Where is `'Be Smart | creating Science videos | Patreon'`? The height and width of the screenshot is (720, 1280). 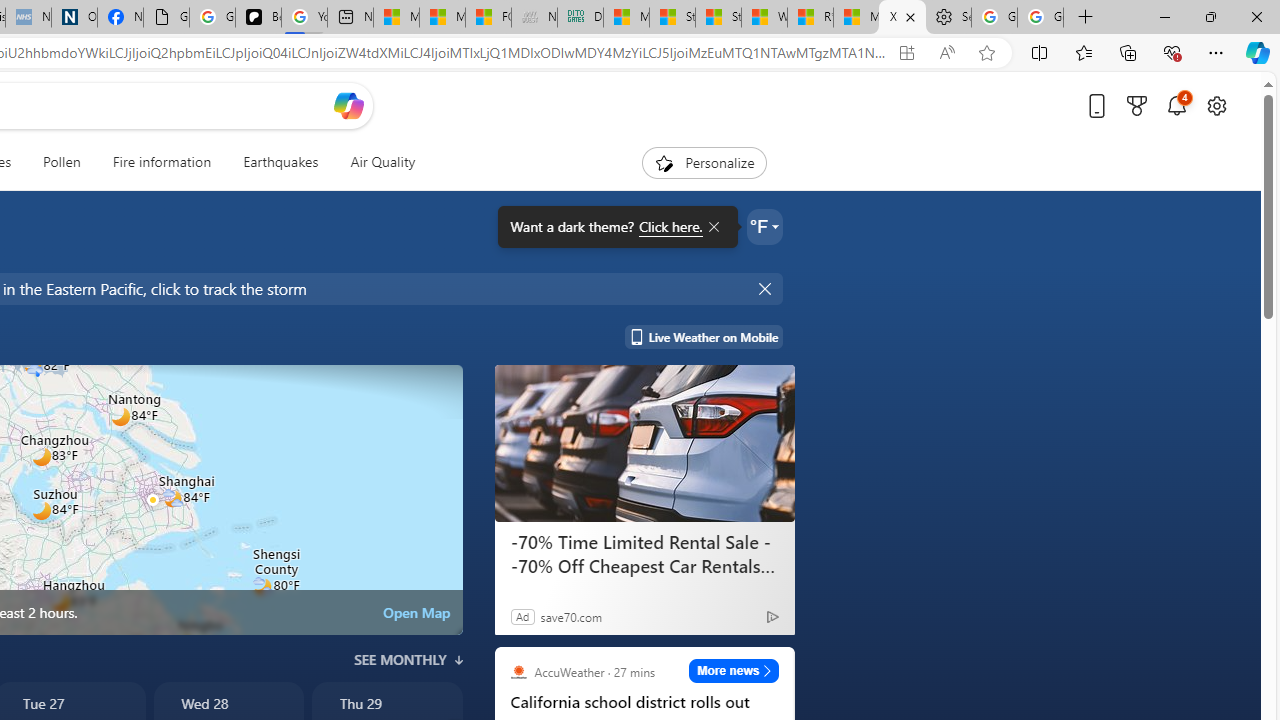
'Be Smart | creating Science videos | Patreon' is located at coordinates (257, 17).